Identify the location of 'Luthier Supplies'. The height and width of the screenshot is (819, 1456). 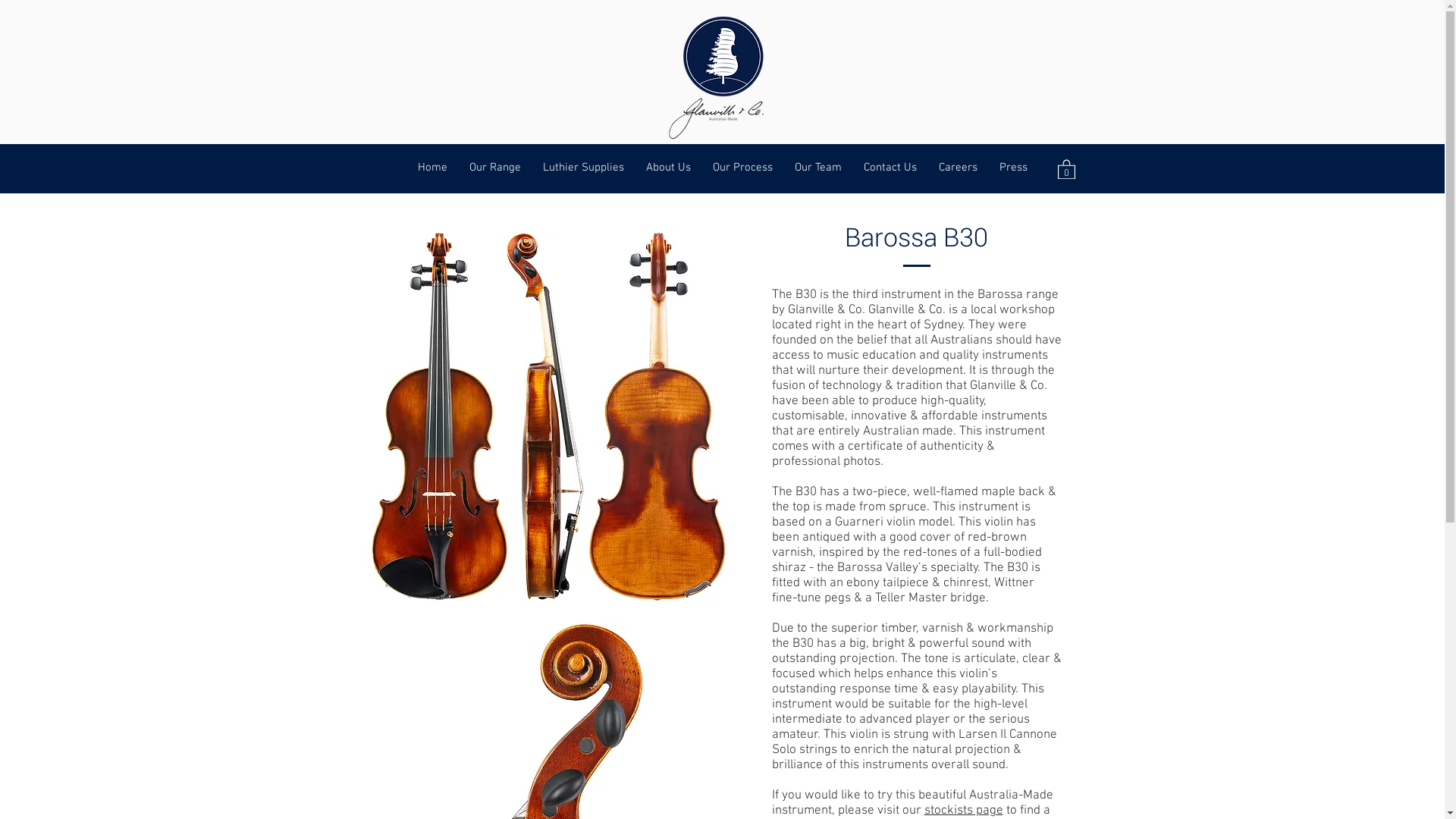
(582, 167).